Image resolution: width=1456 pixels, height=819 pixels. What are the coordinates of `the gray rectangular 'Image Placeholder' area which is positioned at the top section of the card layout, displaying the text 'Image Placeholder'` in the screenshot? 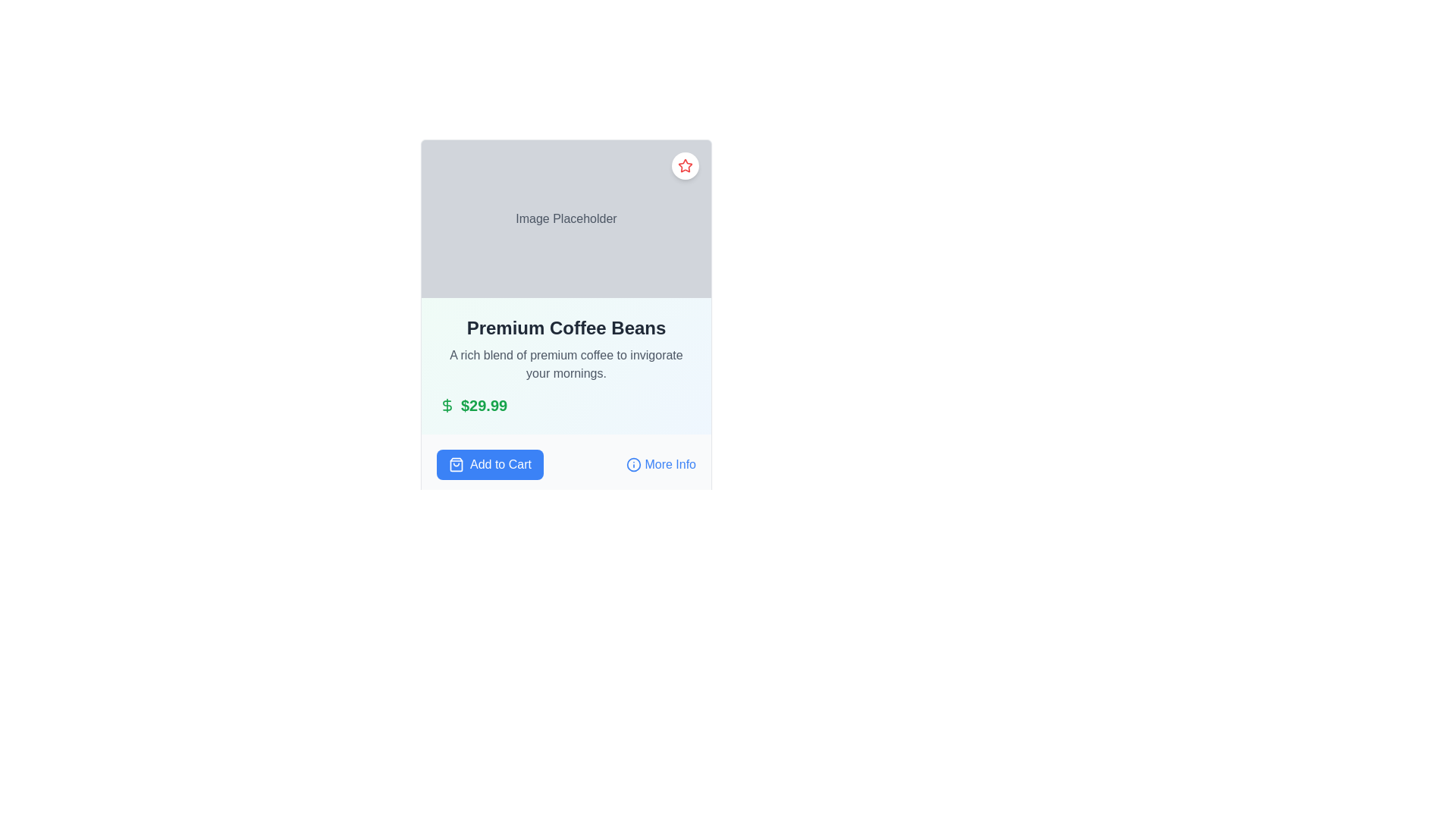 It's located at (566, 219).